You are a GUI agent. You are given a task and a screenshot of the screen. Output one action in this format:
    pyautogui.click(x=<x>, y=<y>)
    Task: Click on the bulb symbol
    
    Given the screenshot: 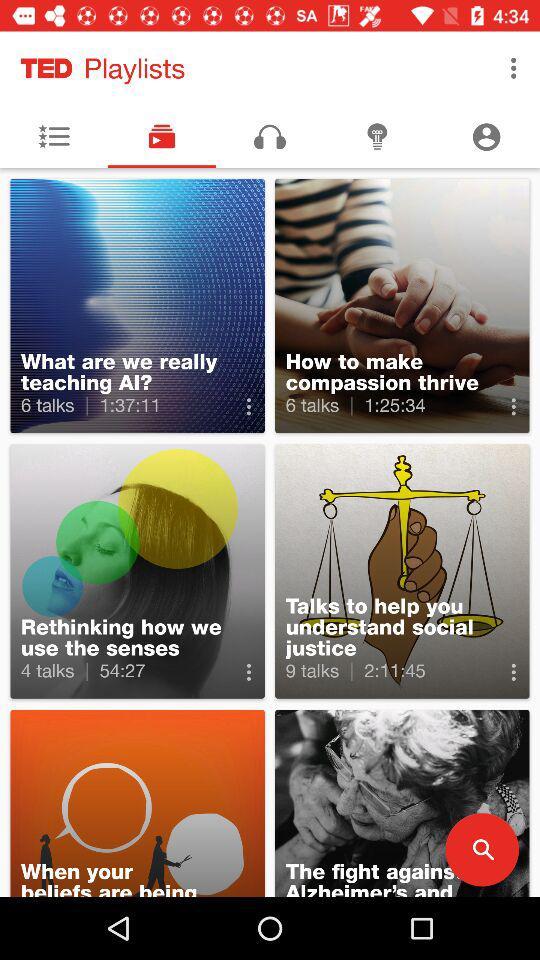 What is the action you would take?
    pyautogui.click(x=378, y=135)
    